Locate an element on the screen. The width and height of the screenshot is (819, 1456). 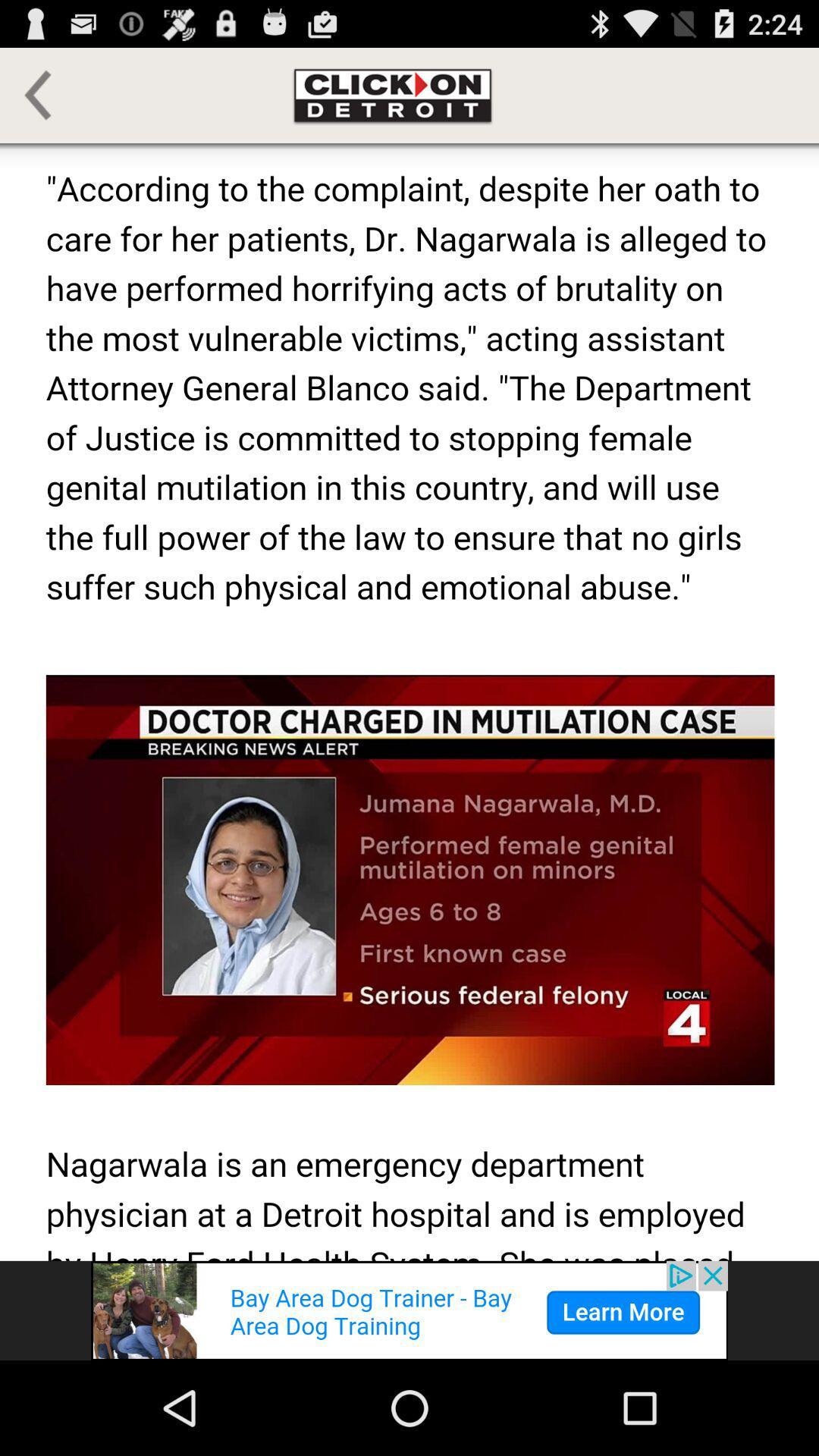
advertisement is located at coordinates (409, 1310).